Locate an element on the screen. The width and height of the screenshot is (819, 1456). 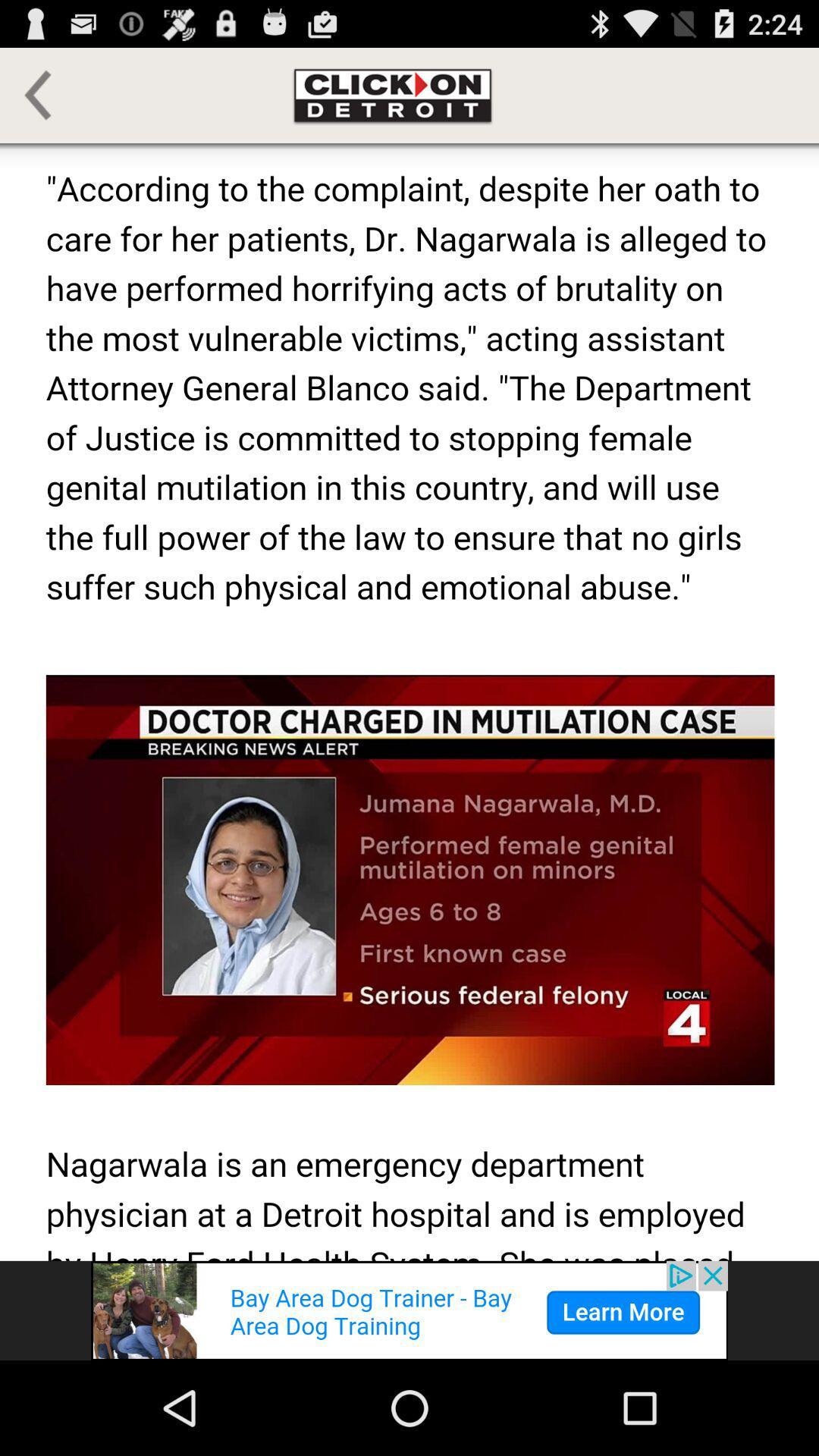
advertisement is located at coordinates (409, 1310).